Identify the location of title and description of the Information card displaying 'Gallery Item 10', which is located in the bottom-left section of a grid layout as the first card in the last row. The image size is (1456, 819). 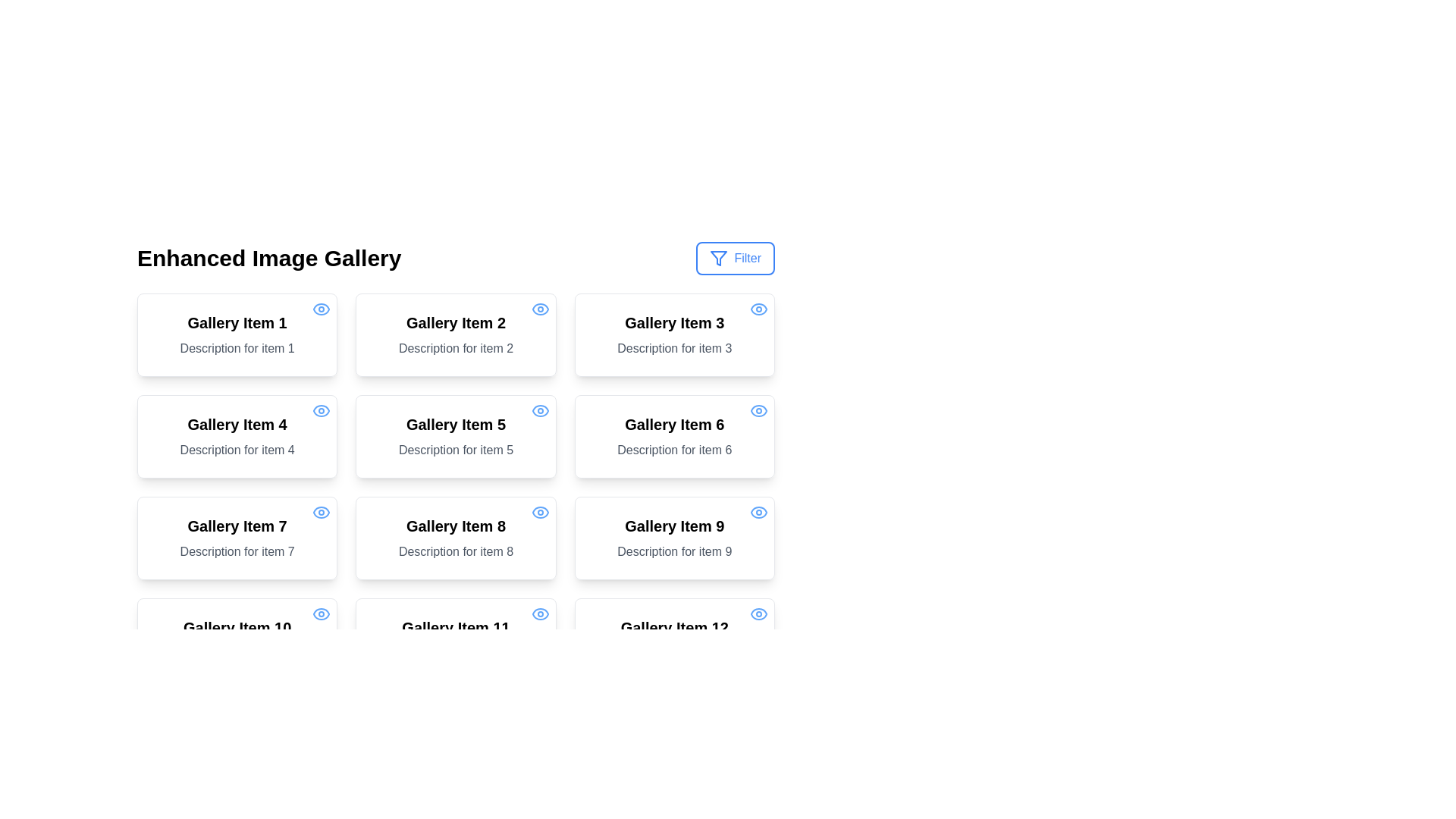
(237, 640).